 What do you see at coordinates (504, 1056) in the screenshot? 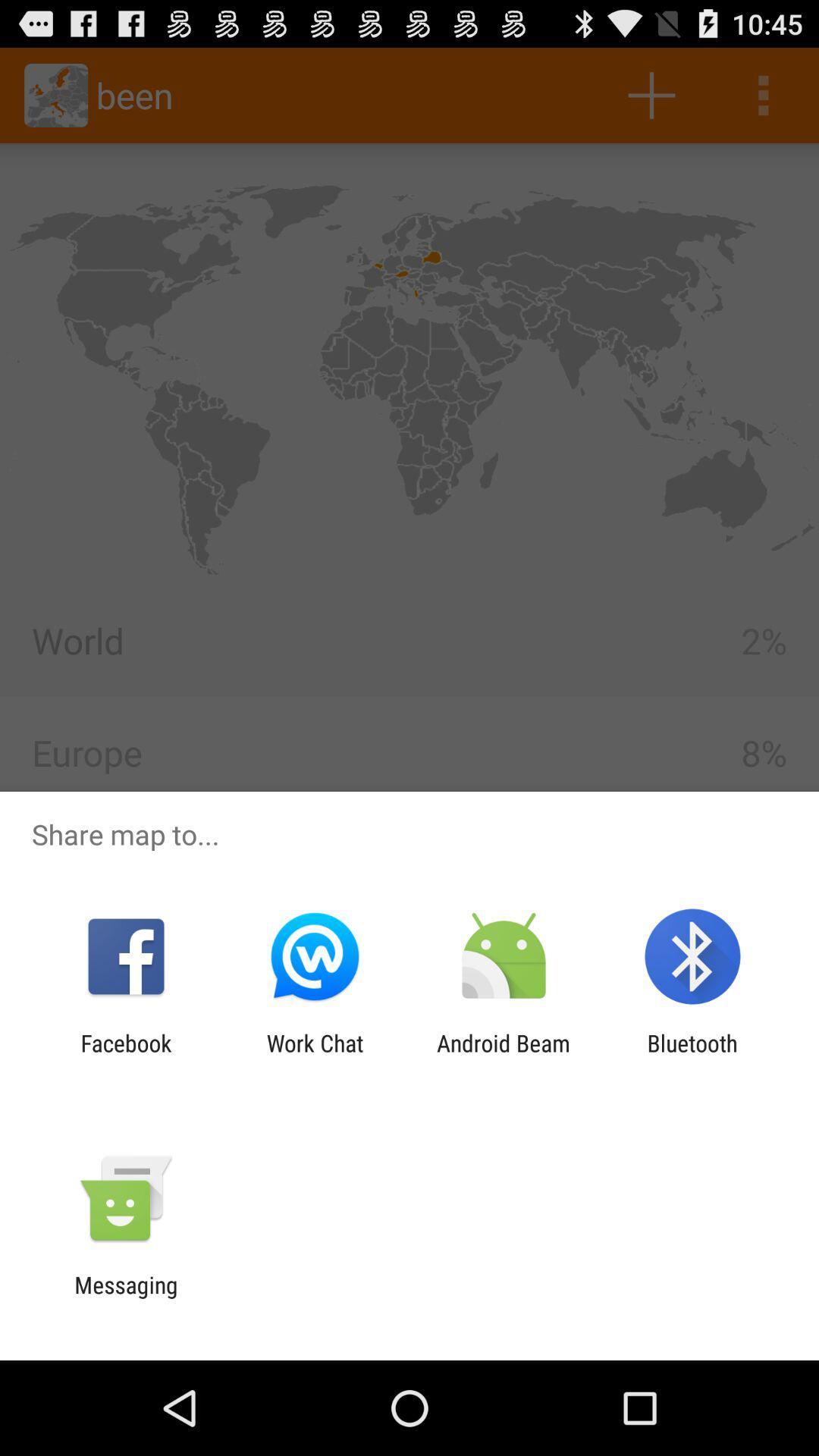
I see `app next to the work chat` at bounding box center [504, 1056].